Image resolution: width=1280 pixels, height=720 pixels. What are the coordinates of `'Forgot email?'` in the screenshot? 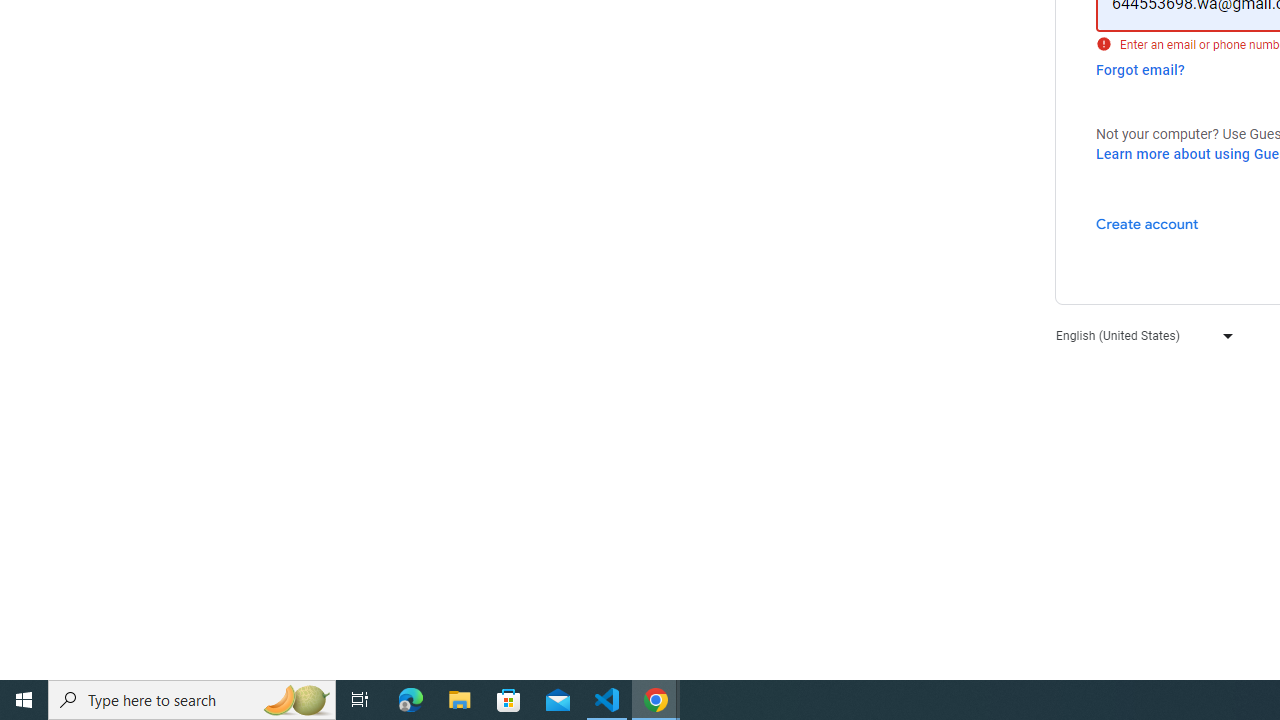 It's located at (1140, 68).